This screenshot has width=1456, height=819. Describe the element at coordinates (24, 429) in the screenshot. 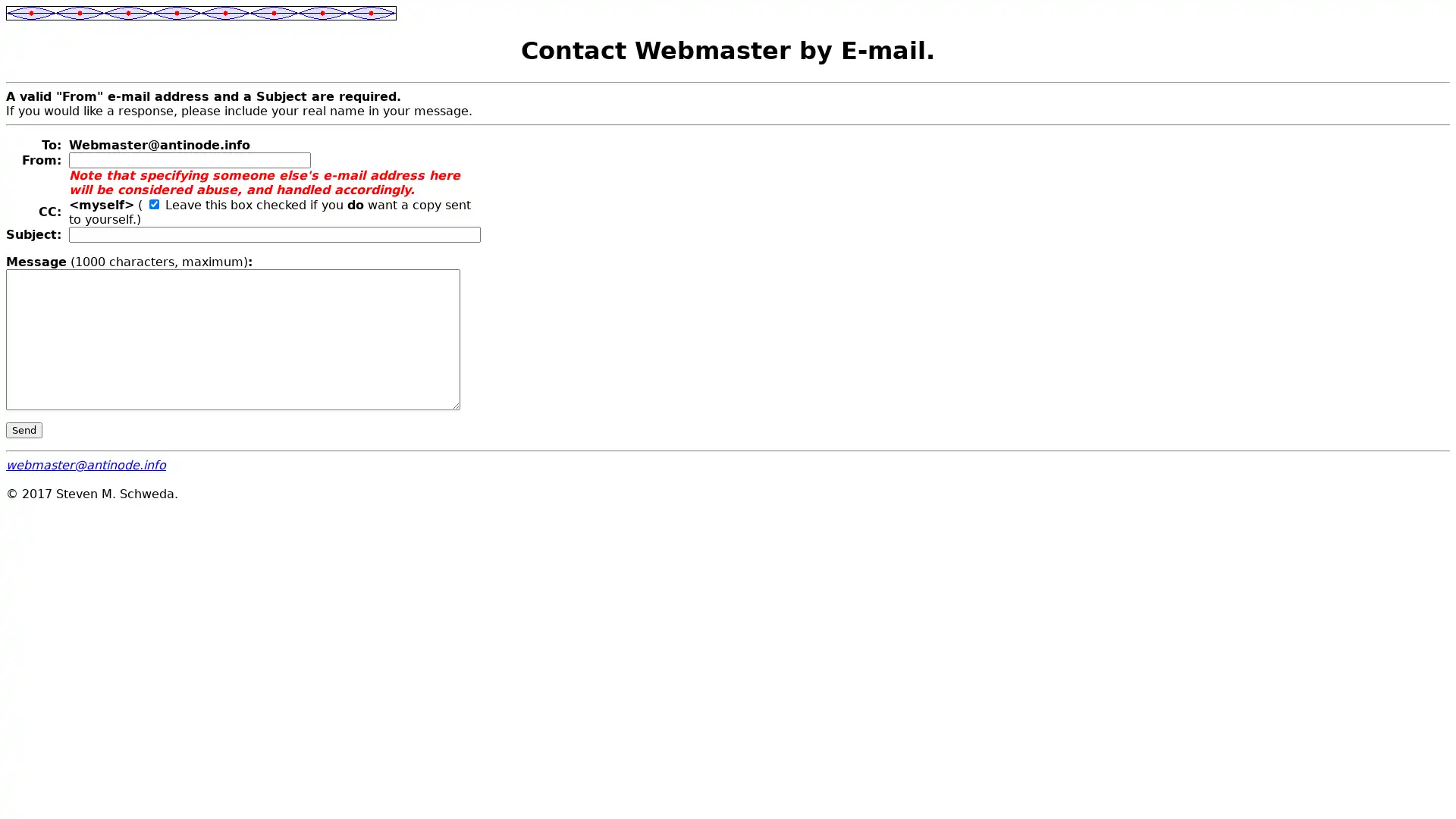

I see `Send` at that location.